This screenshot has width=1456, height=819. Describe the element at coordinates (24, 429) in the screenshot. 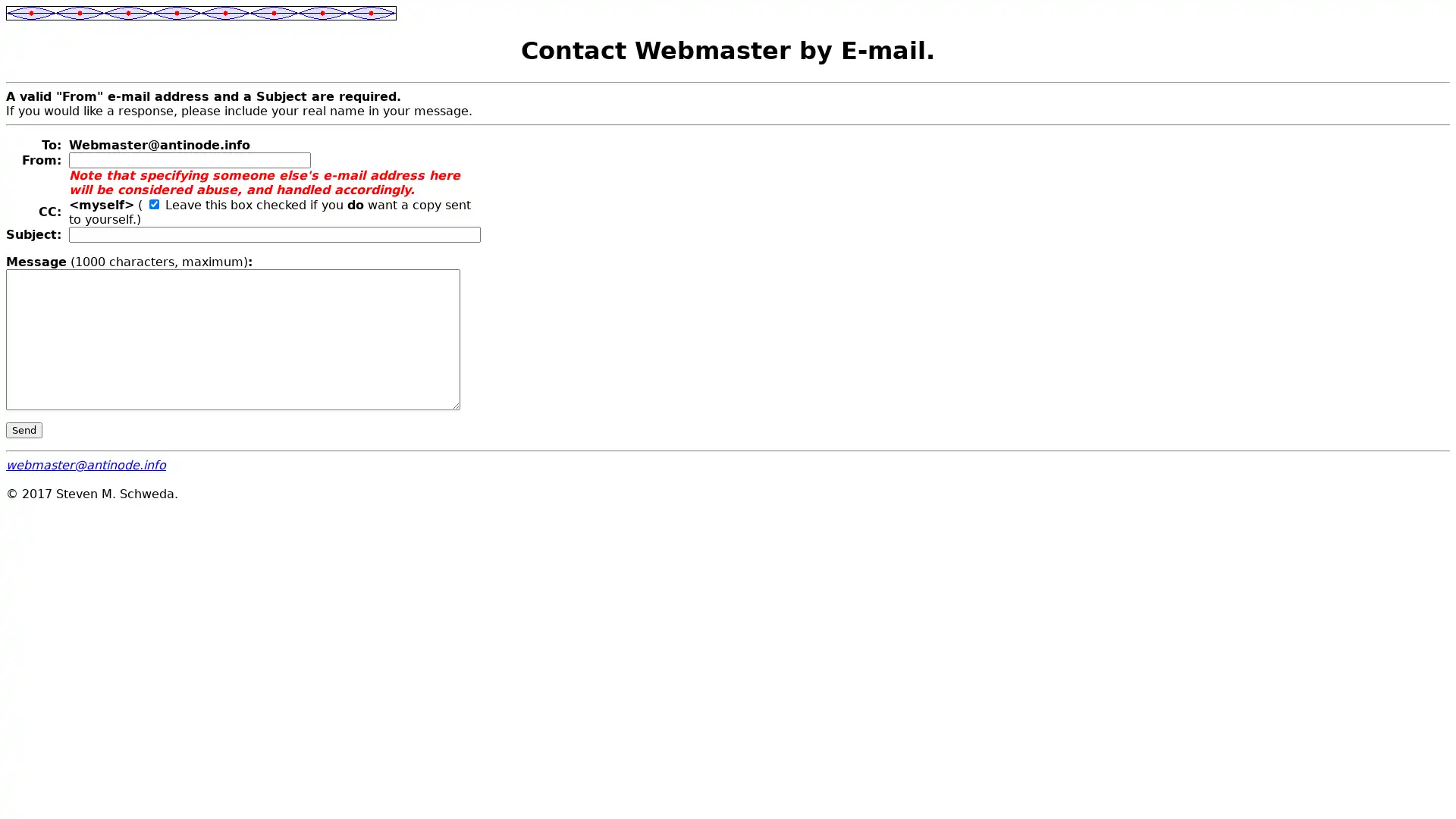

I see `Send` at that location.